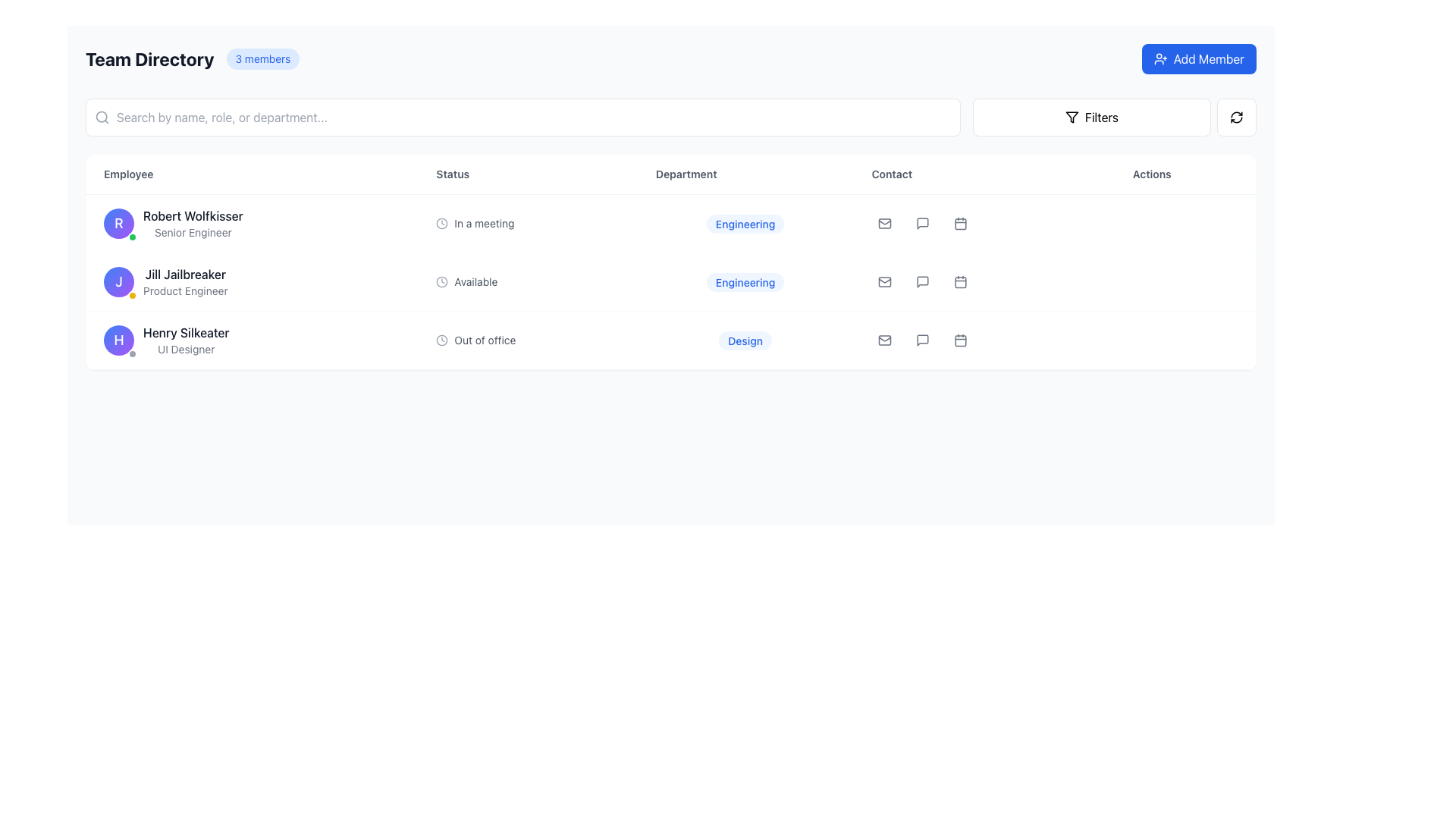  What do you see at coordinates (475, 281) in the screenshot?
I see `the status label indicating the availability of user 'Jill Jailbreaker' located in the second row of the table next to the clock icon` at bounding box center [475, 281].